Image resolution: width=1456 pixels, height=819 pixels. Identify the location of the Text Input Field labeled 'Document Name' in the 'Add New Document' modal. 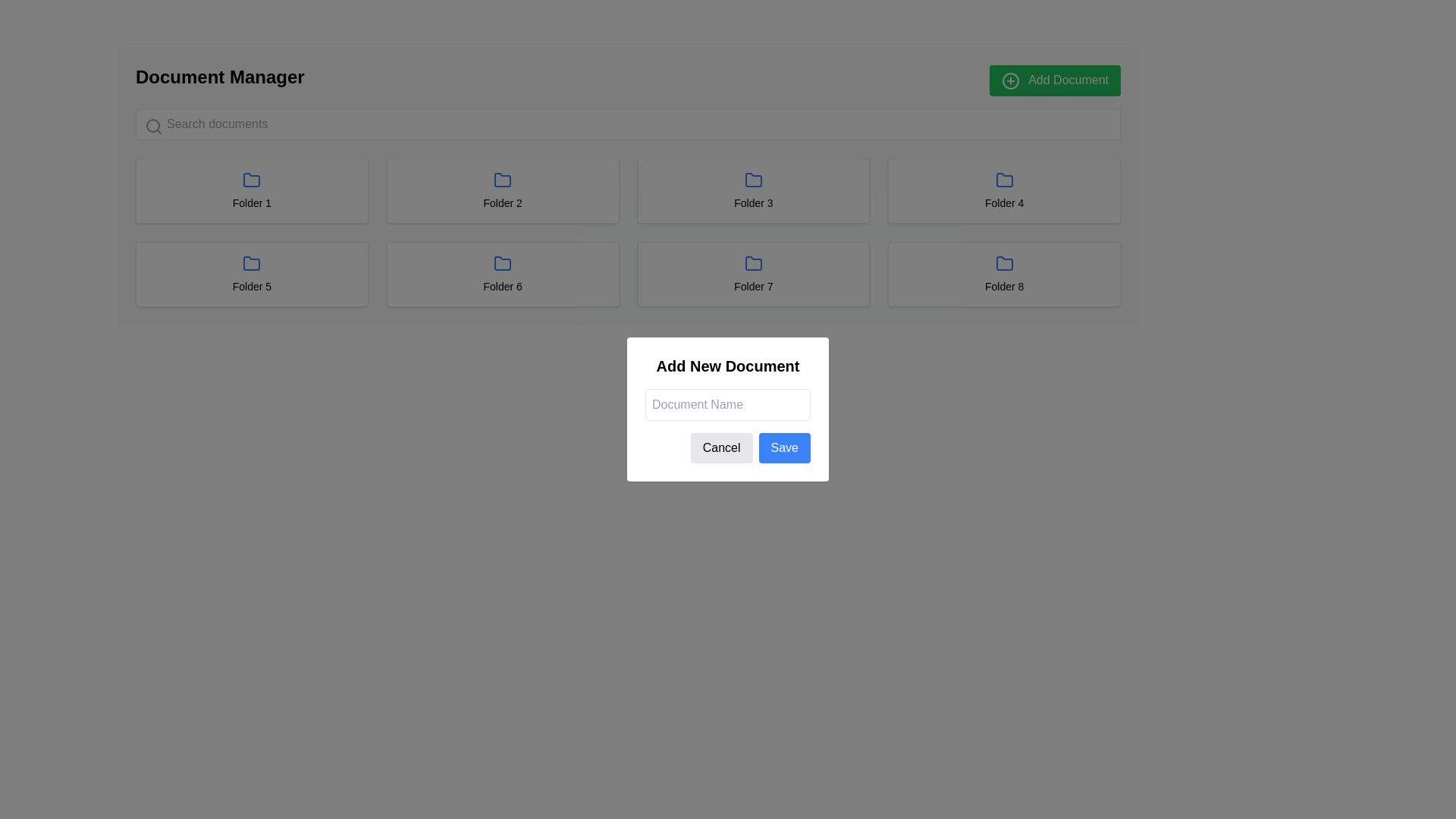
(728, 403).